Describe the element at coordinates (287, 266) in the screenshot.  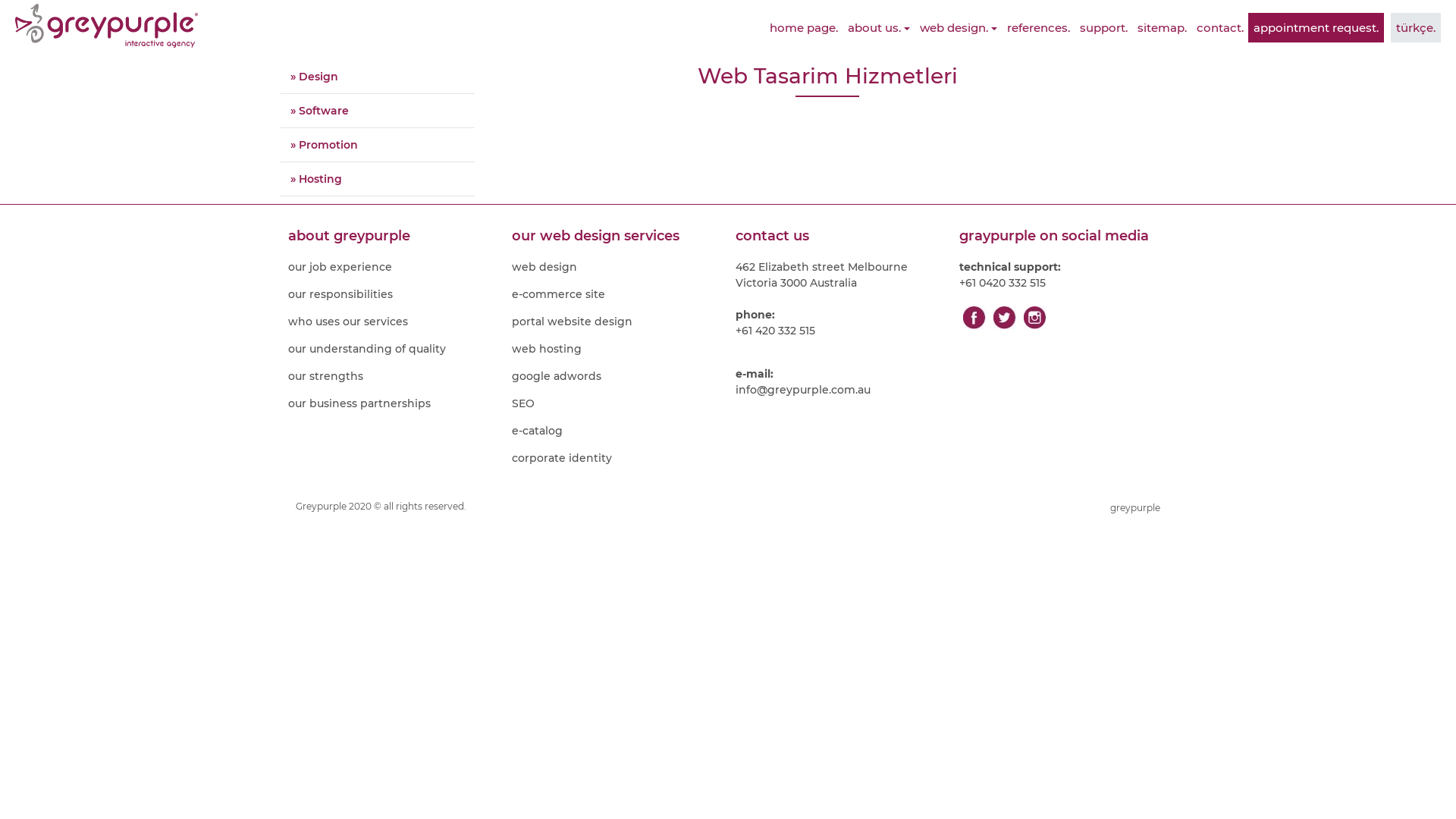
I see `'our job experience'` at that location.